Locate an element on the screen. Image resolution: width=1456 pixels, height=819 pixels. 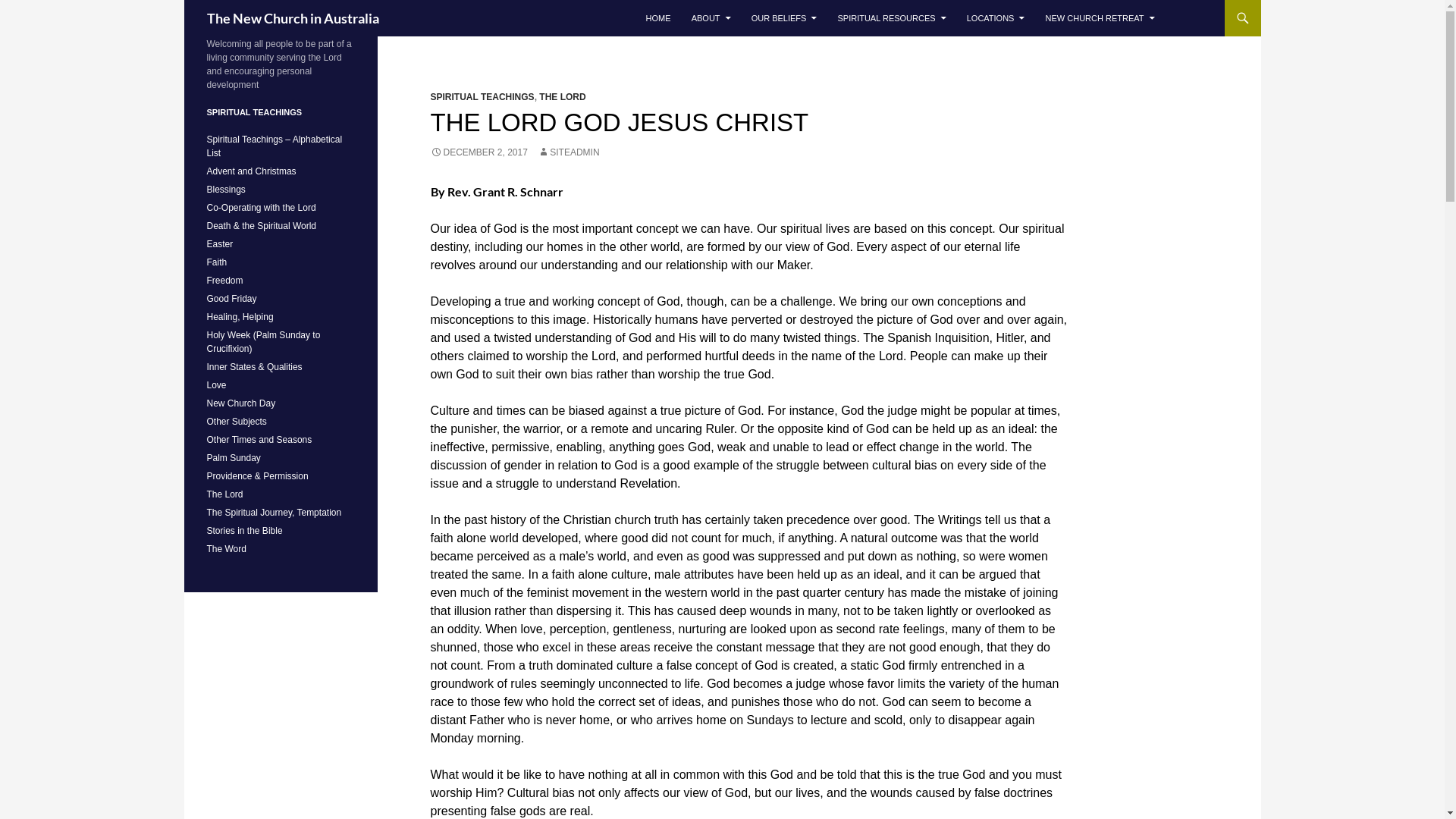
'Love' is located at coordinates (206, 384).